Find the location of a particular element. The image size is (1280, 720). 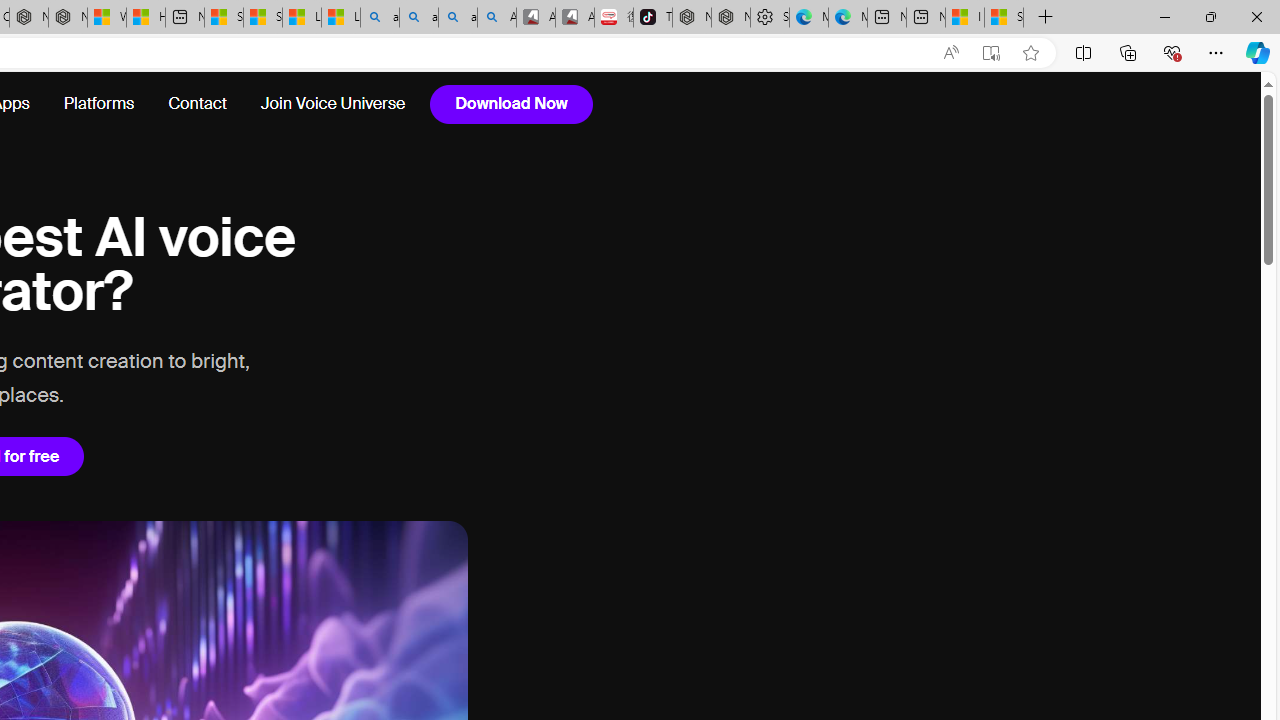

'Download Now' is located at coordinates (511, 104).